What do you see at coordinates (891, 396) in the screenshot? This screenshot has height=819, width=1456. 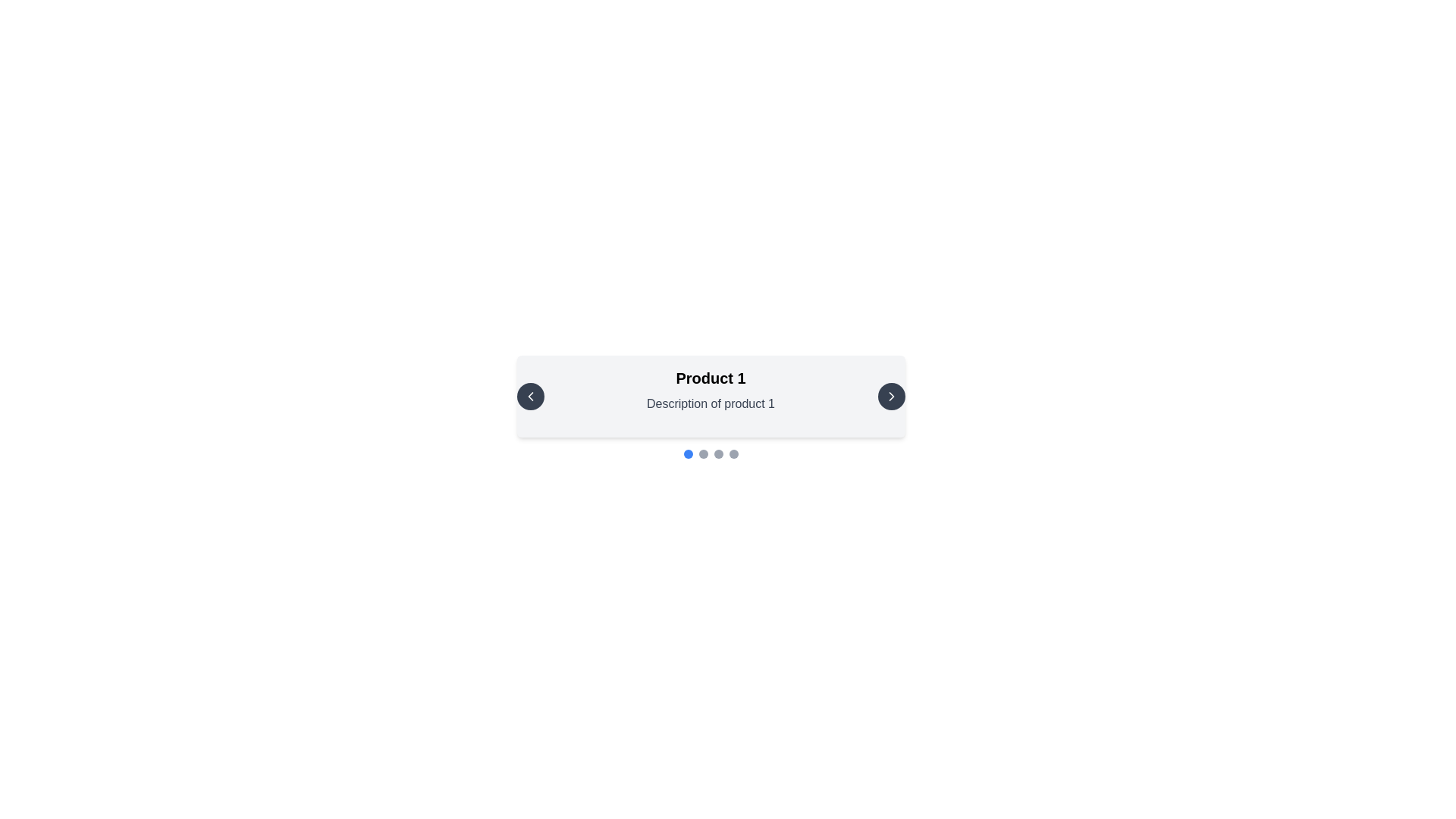 I see `the right-pointing chevron icon located within the circular button on the right side of the central information card` at bounding box center [891, 396].